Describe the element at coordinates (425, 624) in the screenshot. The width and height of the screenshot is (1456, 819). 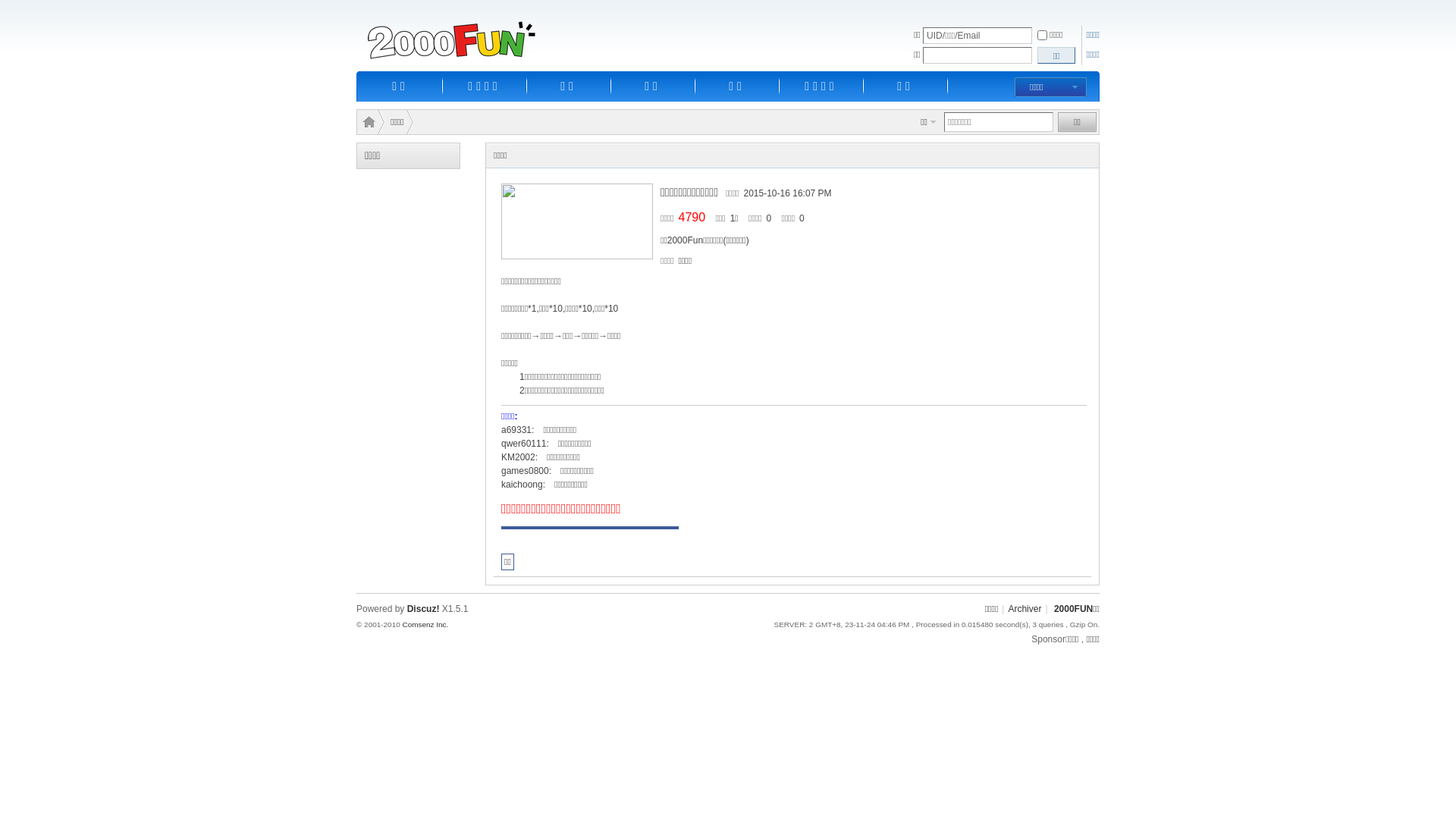
I see `'Comsenz Inc.'` at that location.